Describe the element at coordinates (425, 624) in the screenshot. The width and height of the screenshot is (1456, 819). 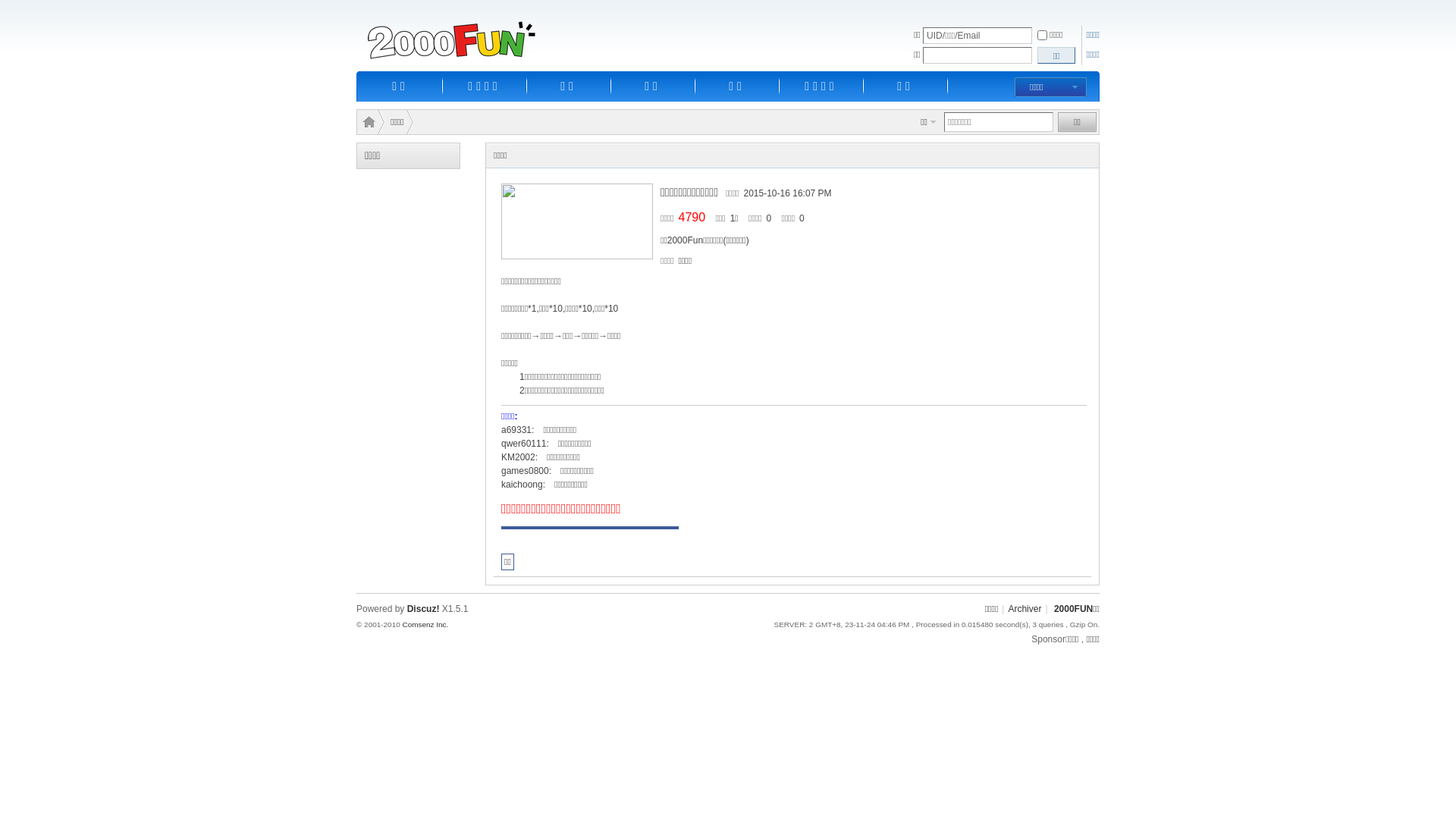
I see `'Comsenz Inc.'` at that location.